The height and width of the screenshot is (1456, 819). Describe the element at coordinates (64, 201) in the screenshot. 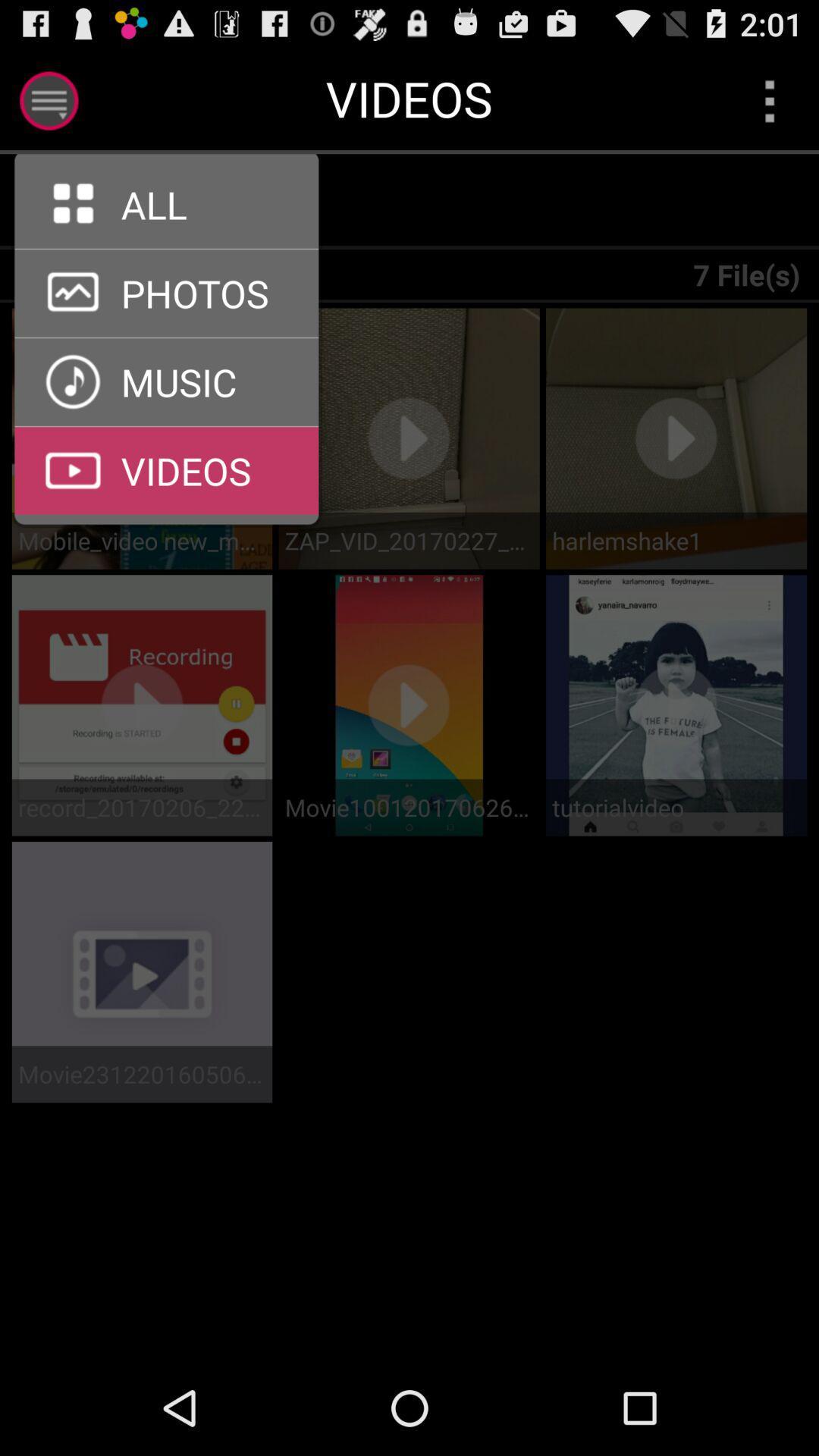

I see `all option` at that location.